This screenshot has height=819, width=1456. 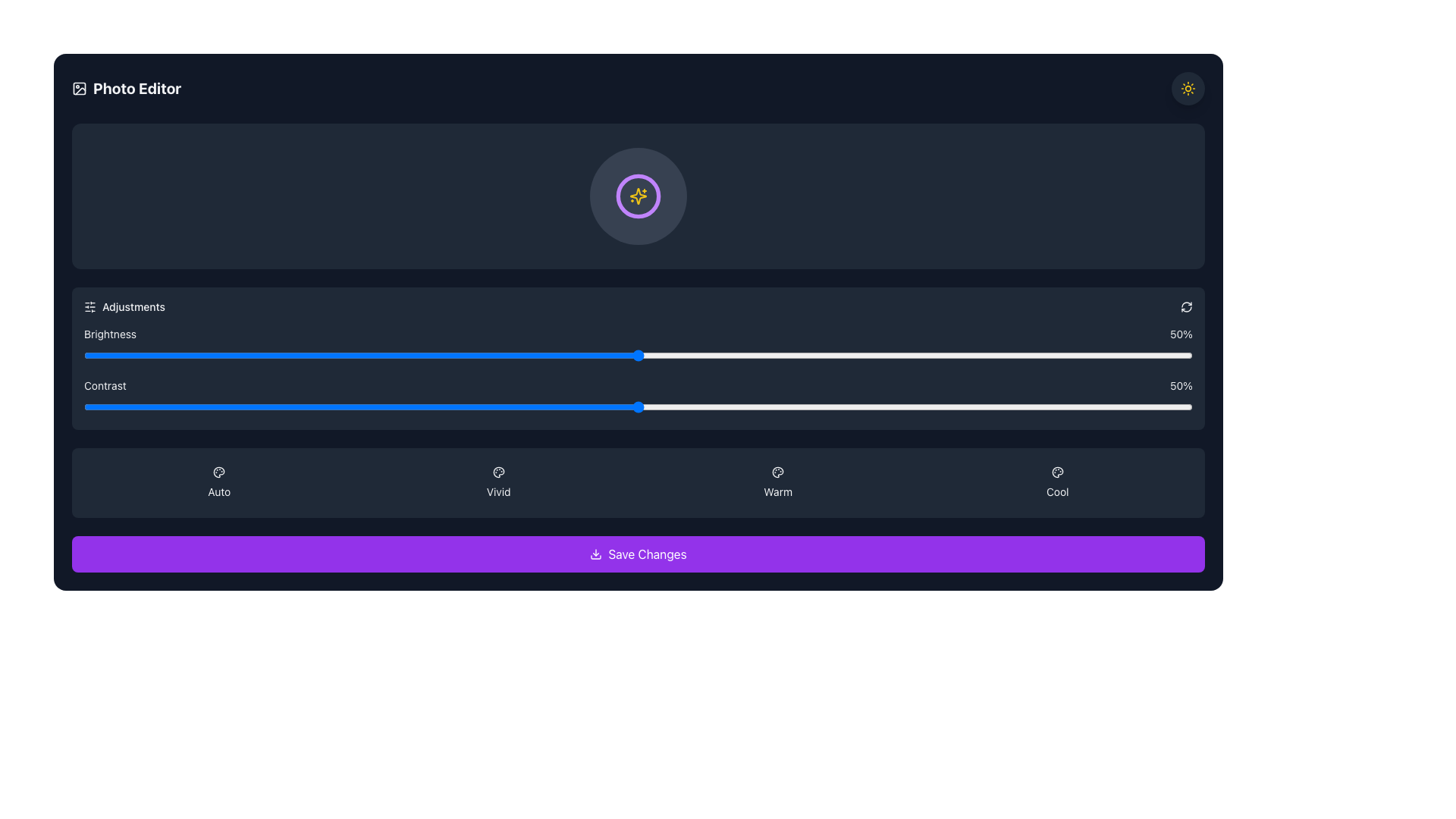 What do you see at coordinates (814, 356) in the screenshot?
I see `brightness` at bounding box center [814, 356].